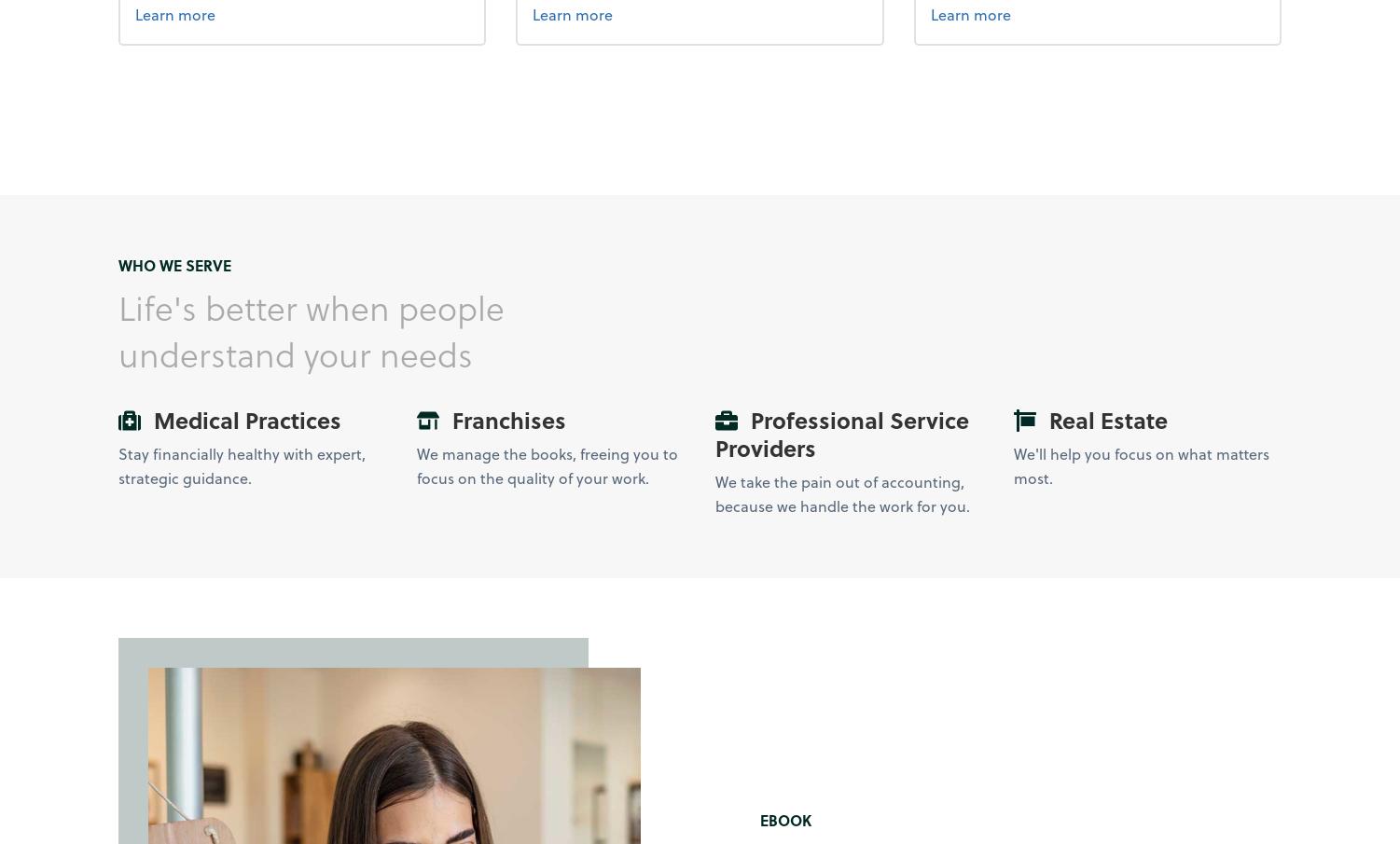 This screenshot has height=844, width=1400. Describe the element at coordinates (240, 465) in the screenshot. I see `'Stay financially healthy with expert, strategic guidance.'` at that location.